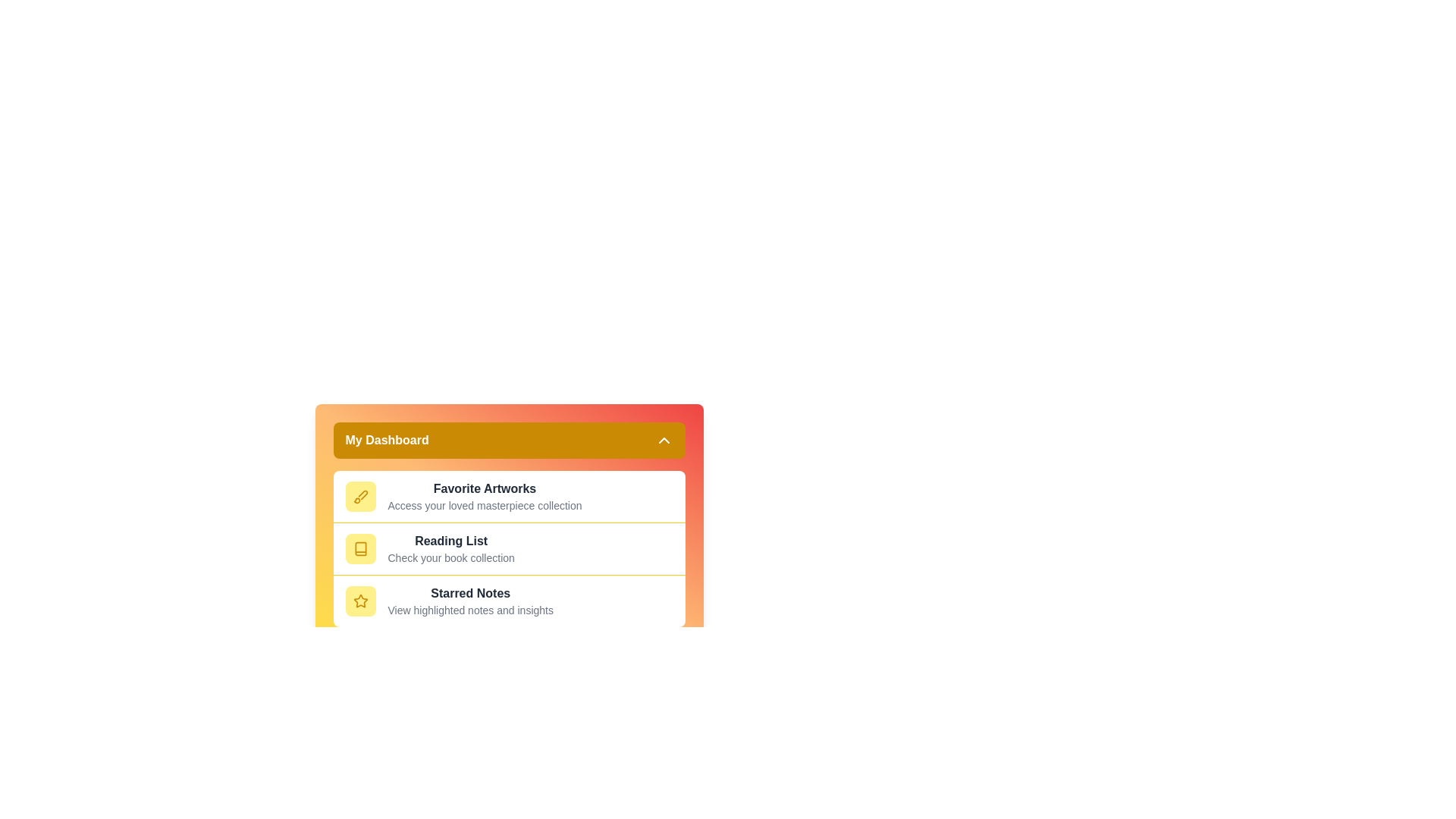 The width and height of the screenshot is (1456, 819). I want to click on the bottommost List Item with Icon and Text in the vertical list, so click(509, 600).